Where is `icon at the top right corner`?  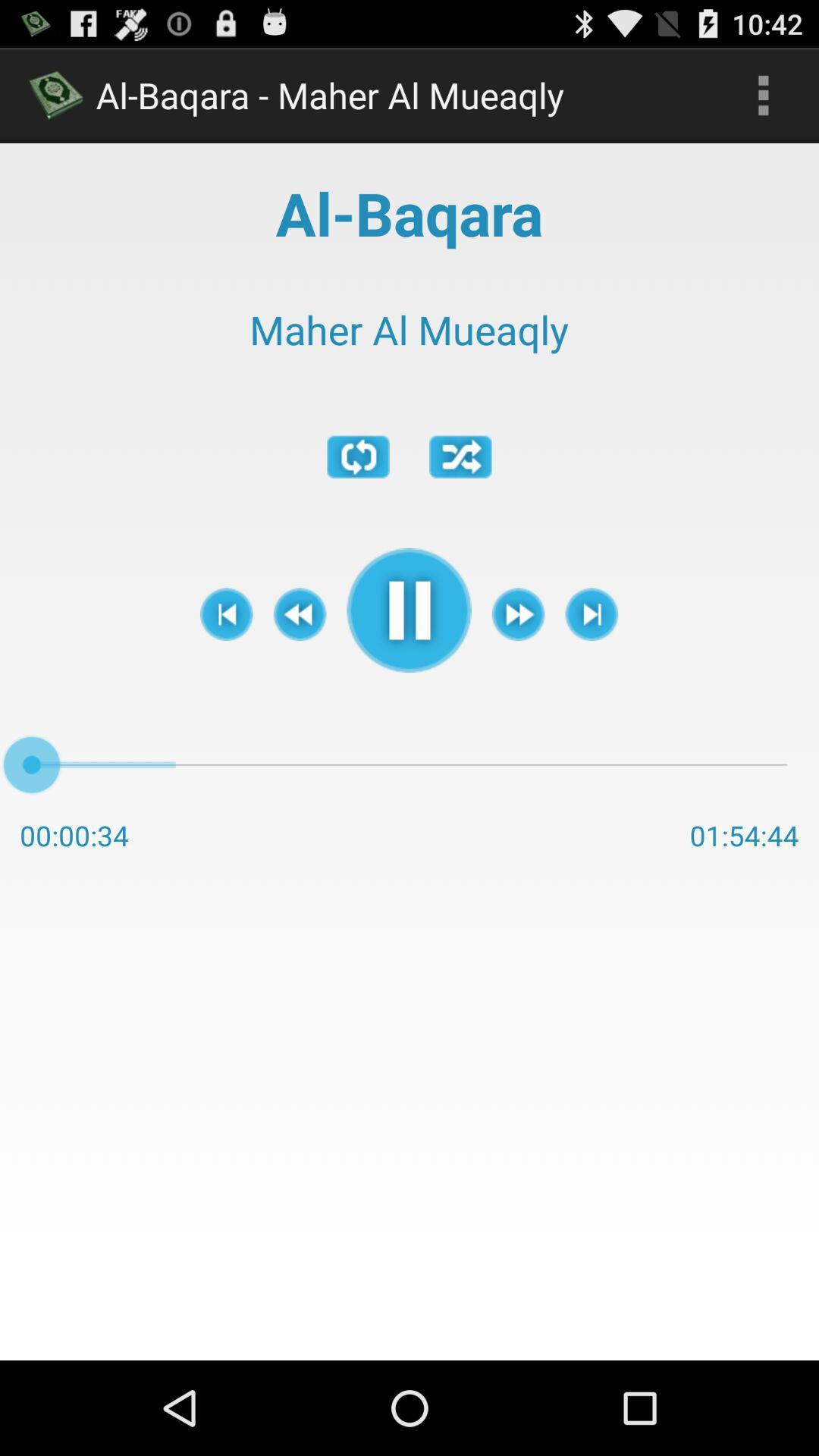
icon at the top right corner is located at coordinates (763, 94).